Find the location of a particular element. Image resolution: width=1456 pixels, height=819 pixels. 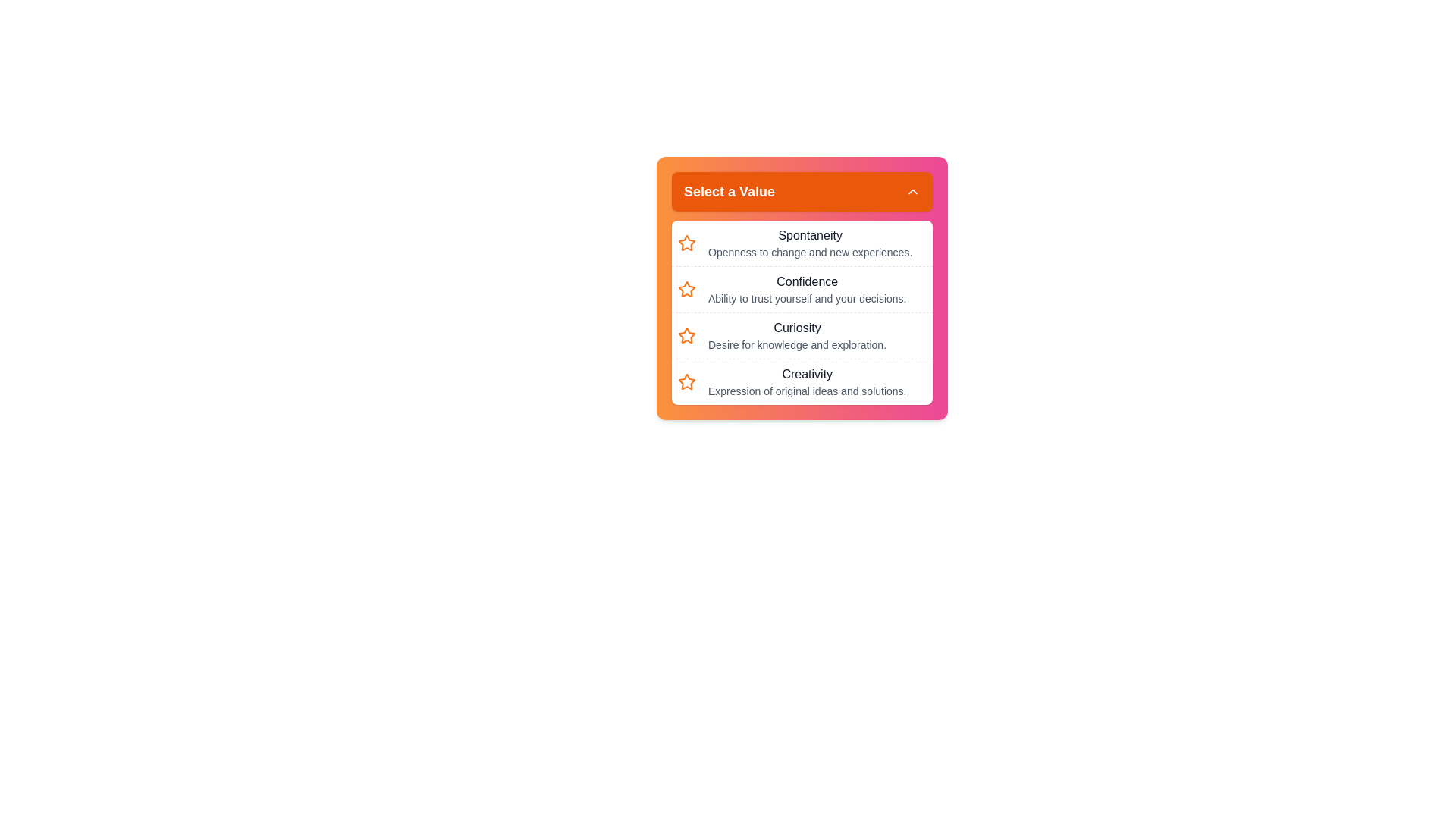

the 'Confidence' option in the dropdown menu is located at coordinates (801, 289).